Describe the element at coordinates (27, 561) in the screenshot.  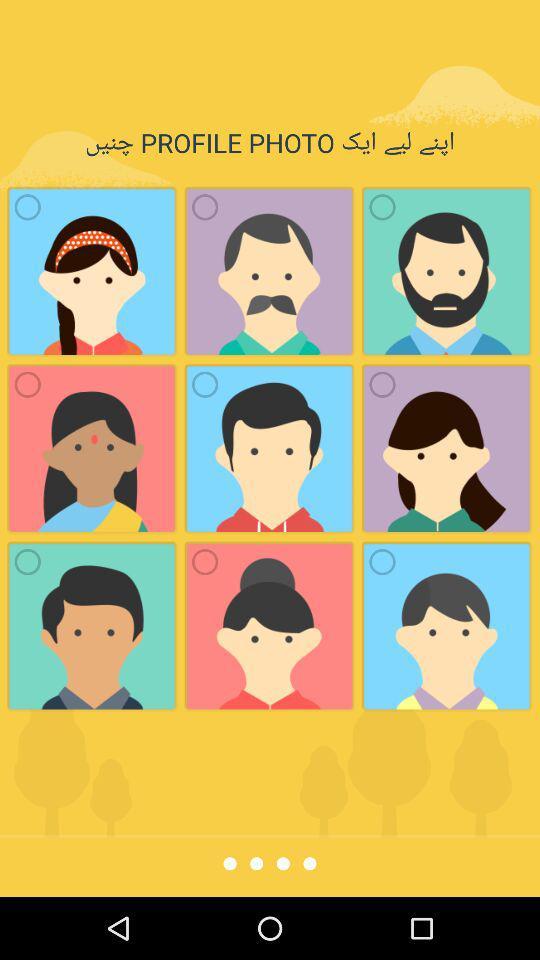
I see `radio button which is at the bottom left corner` at that location.